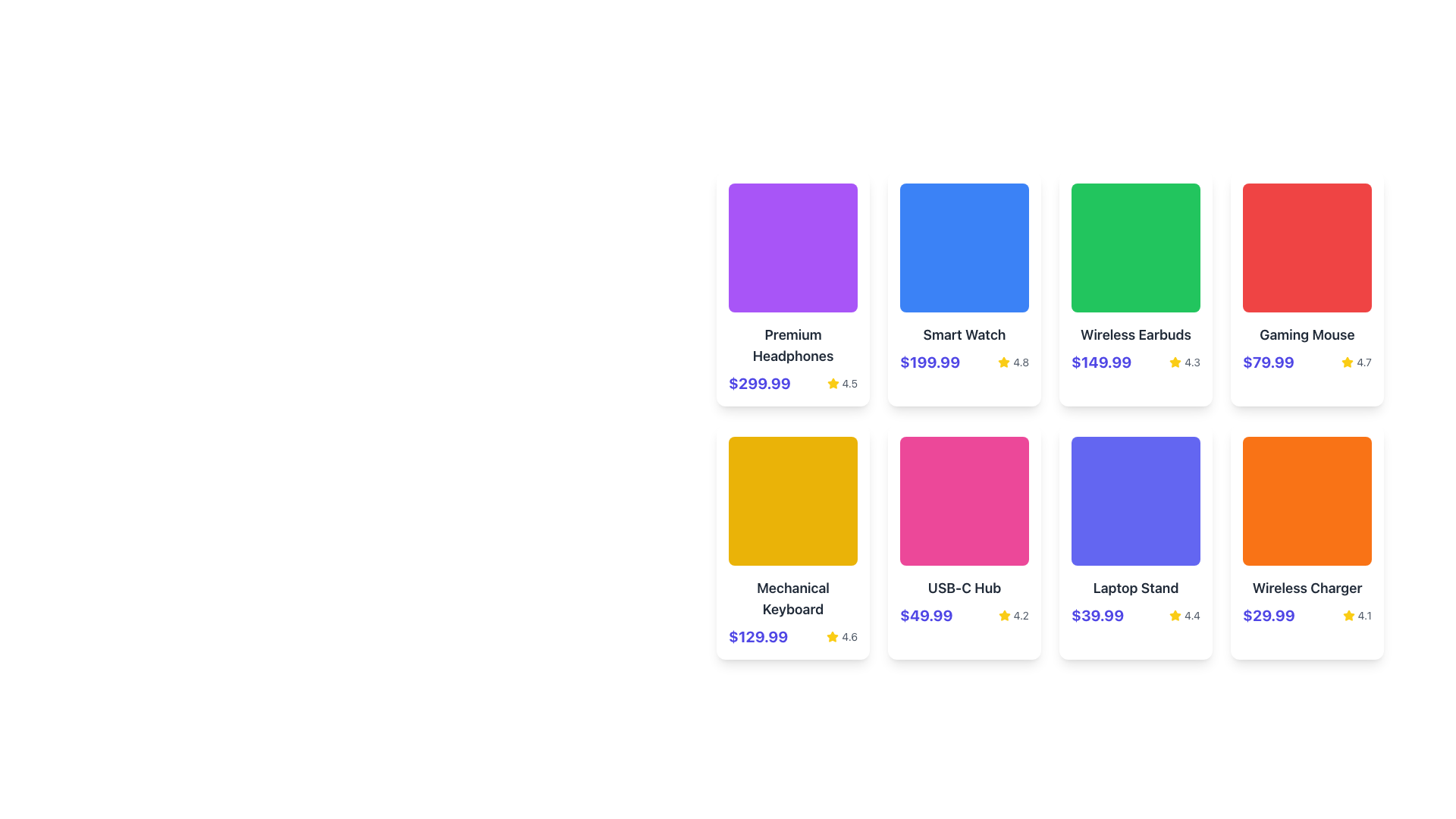 The image size is (1456, 819). I want to click on the yellow star icon located beside the text '4.4' in the product card below the 'Laptop Stand' title and price '$39.99', so click(1175, 616).